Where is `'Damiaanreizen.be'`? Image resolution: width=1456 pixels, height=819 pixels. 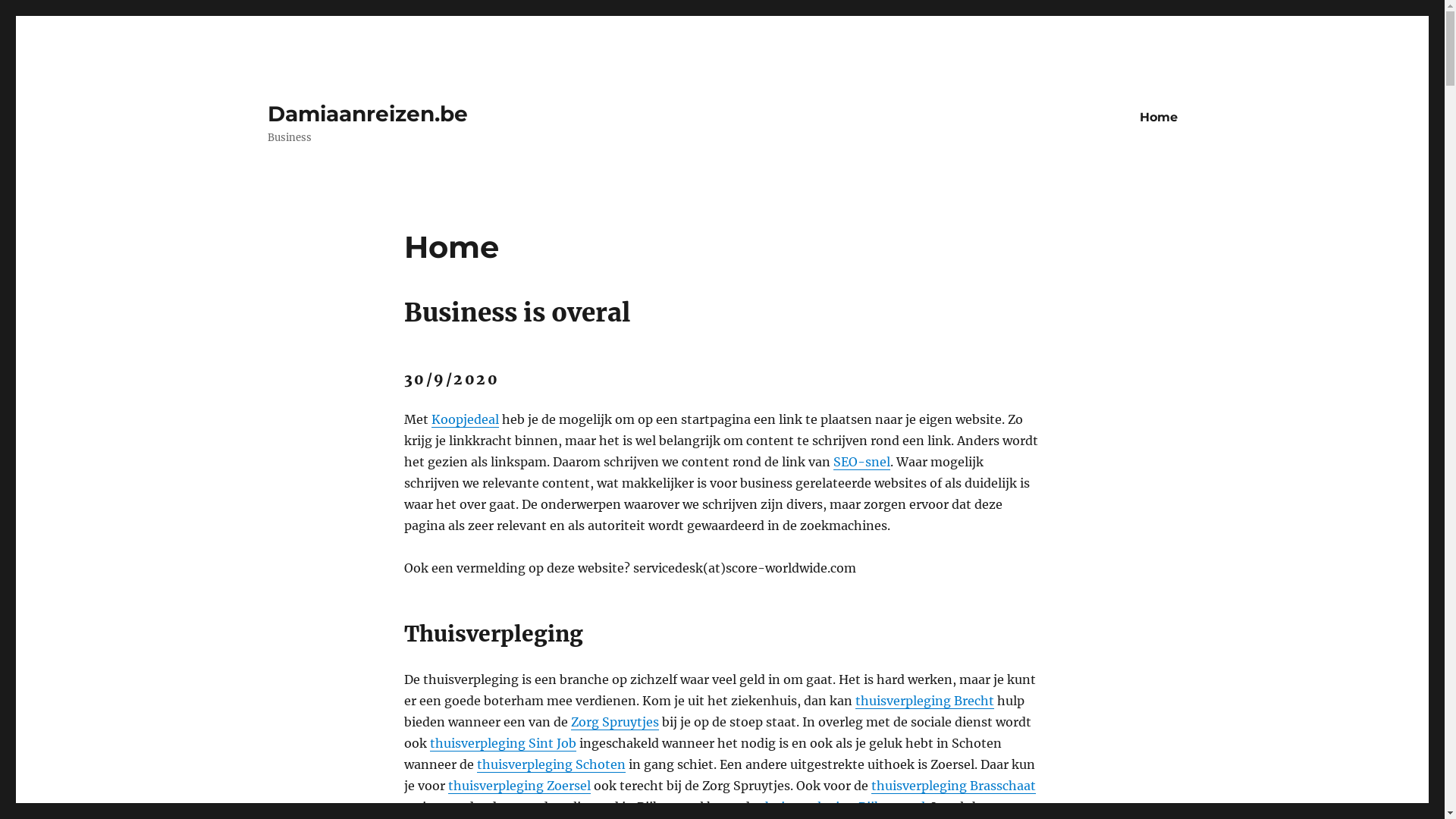 'Damiaanreizen.be' is located at coordinates (367, 113).